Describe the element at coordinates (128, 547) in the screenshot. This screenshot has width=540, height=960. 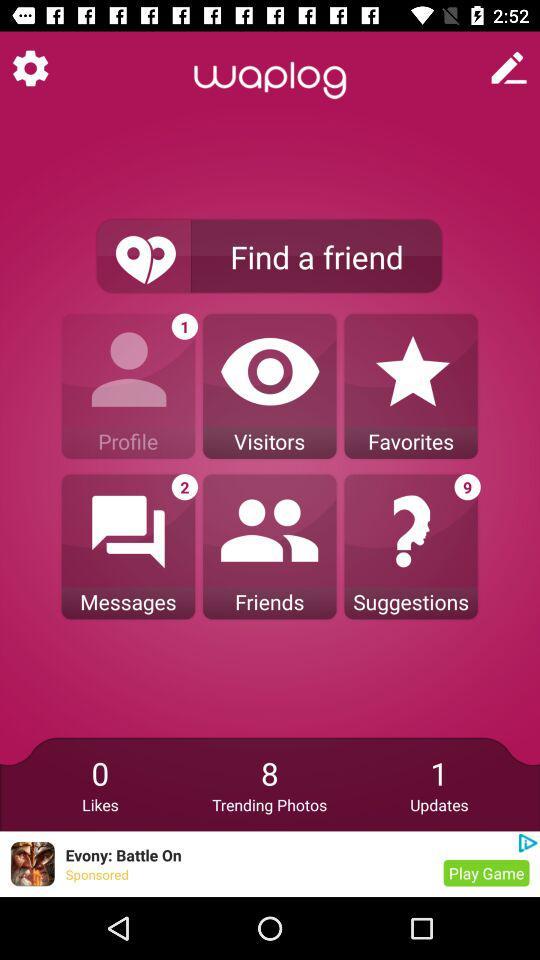
I see `messages icon` at that location.